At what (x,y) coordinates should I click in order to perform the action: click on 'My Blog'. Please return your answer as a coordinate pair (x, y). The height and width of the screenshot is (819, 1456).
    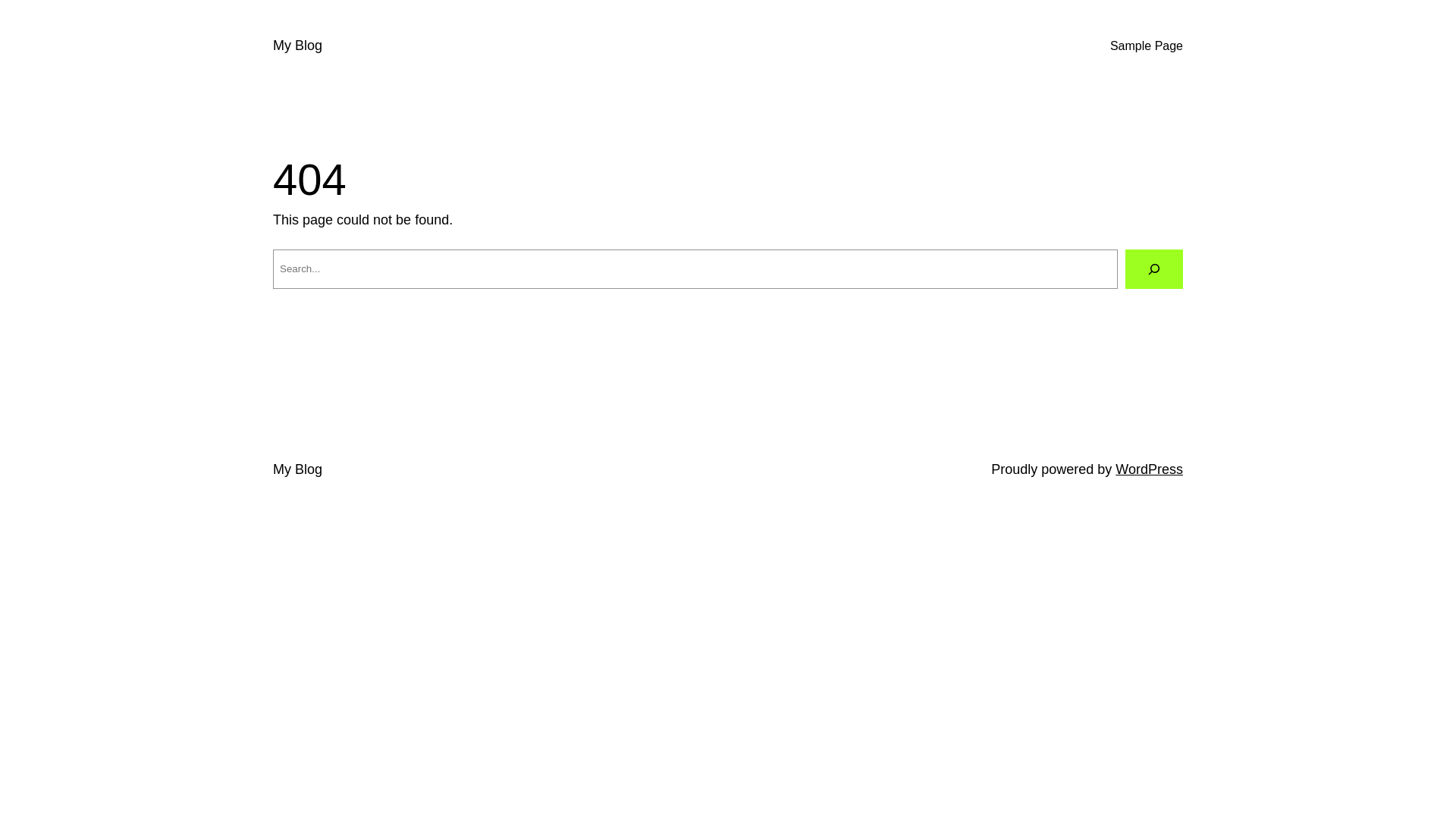
    Looking at the image, I should click on (297, 468).